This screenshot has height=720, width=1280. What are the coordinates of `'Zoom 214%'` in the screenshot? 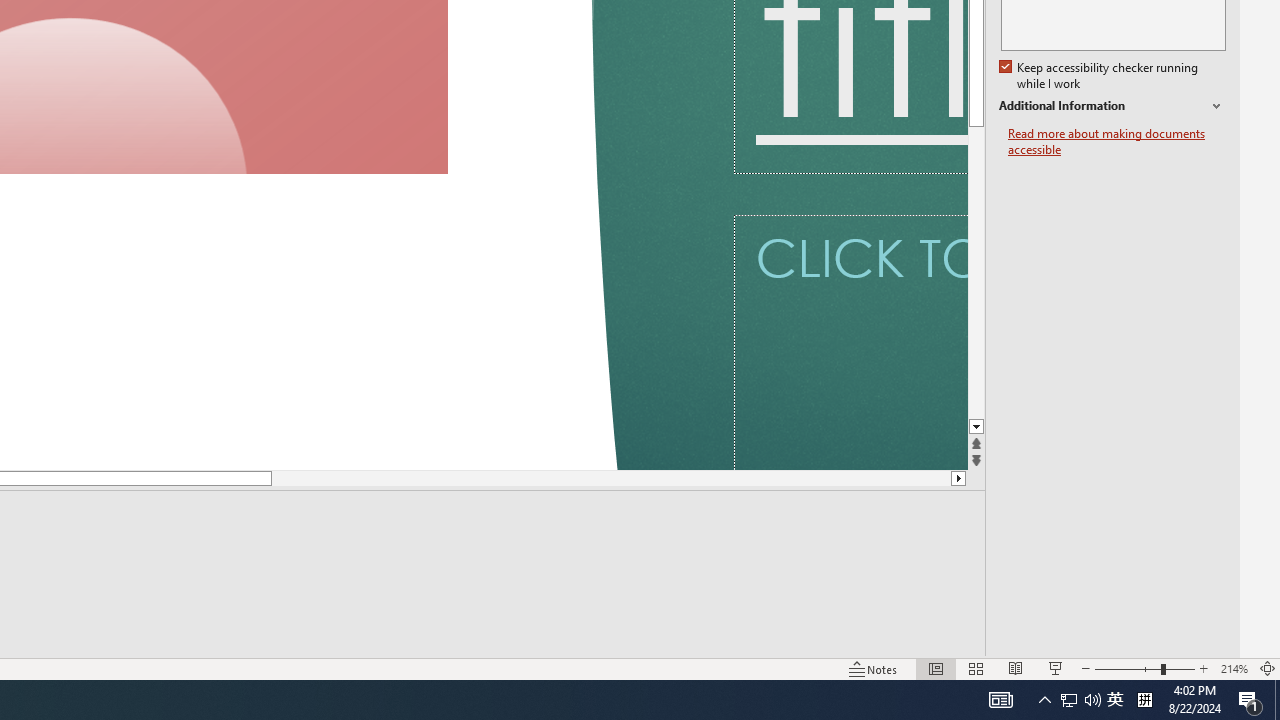 It's located at (1233, 669).